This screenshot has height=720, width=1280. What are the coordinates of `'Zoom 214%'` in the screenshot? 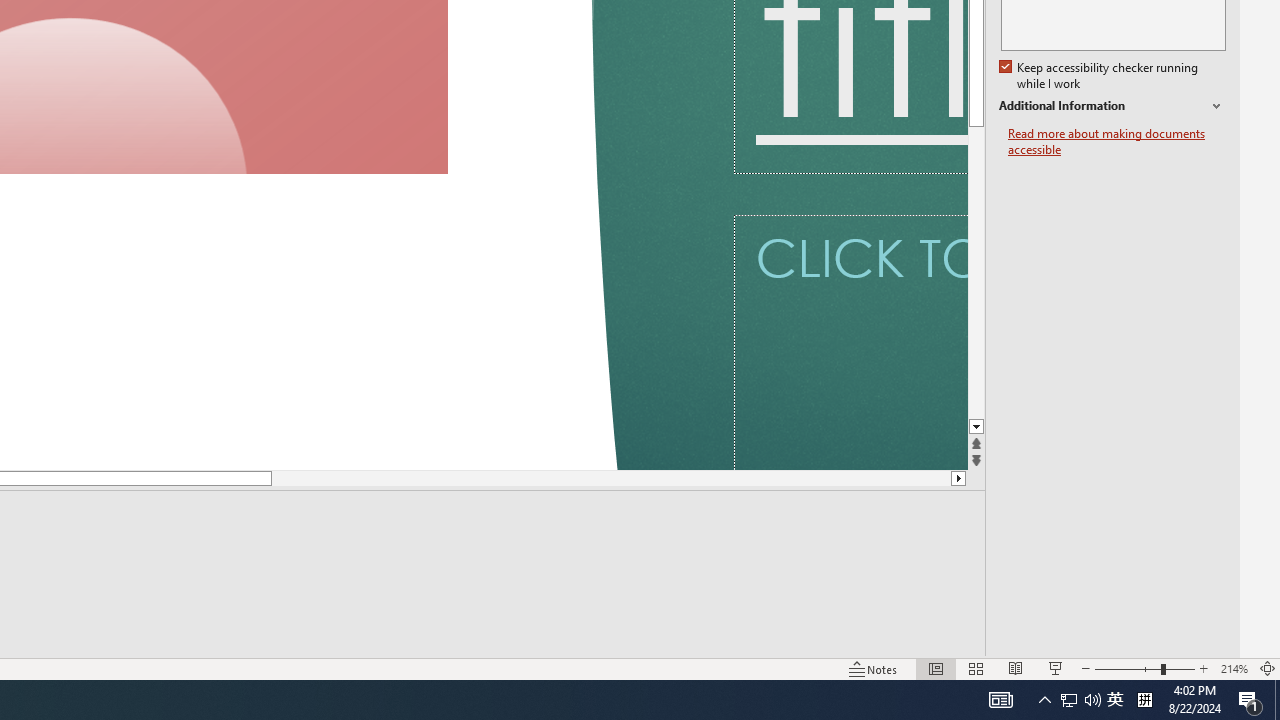 It's located at (1233, 669).